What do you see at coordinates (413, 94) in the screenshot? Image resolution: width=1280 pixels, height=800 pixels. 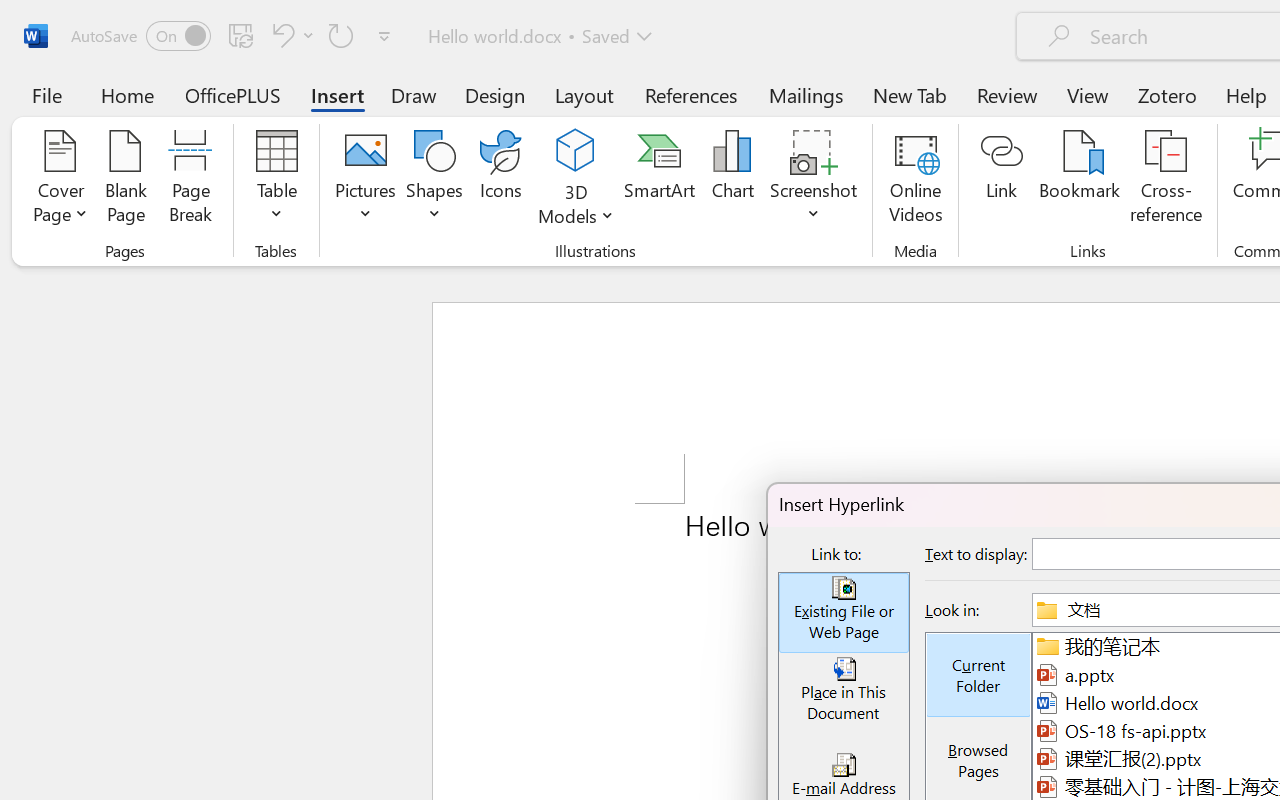 I see `'Draw'` at bounding box center [413, 94].